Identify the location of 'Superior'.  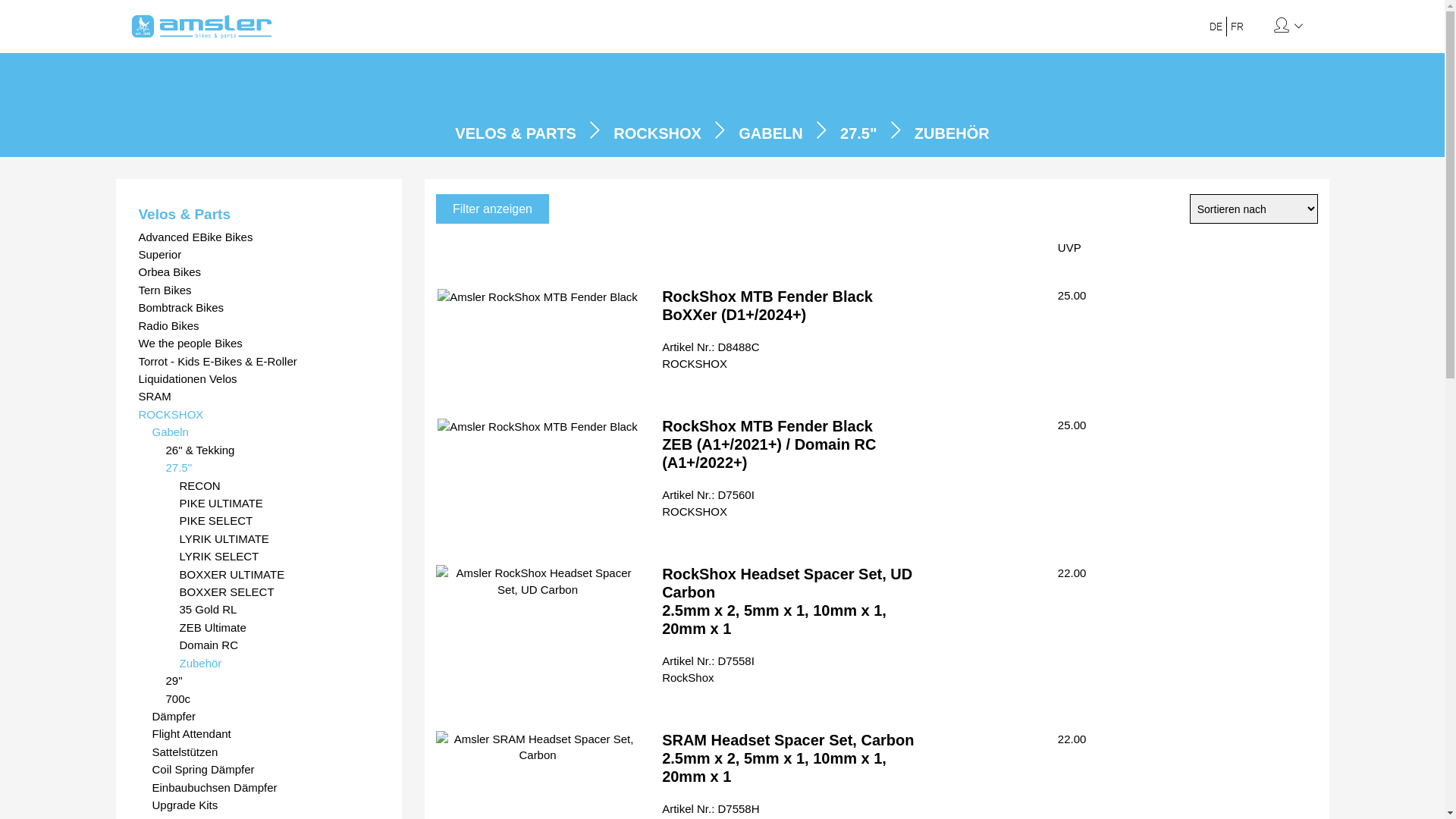
(258, 253).